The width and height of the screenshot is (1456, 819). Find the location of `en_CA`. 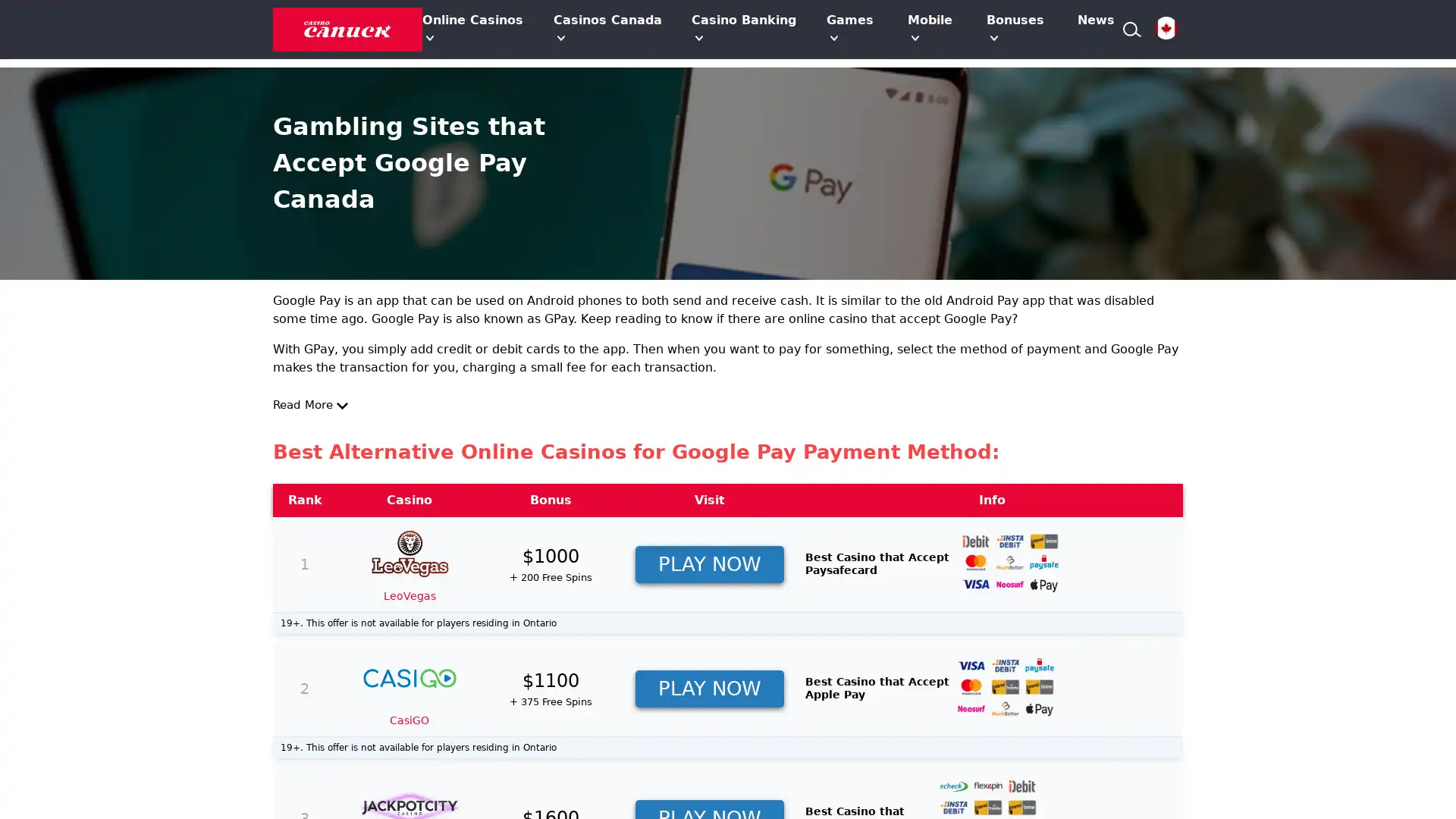

en_CA is located at coordinates (1165, 29).